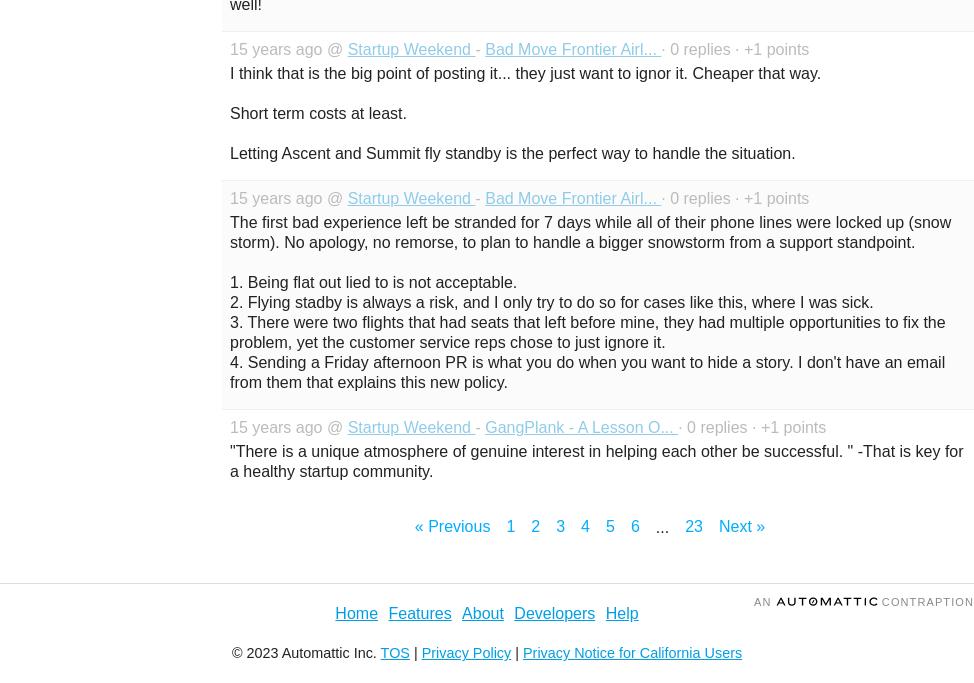 This screenshot has height=683, width=974. What do you see at coordinates (523, 653) in the screenshot?
I see `'Privacy Notice for California Users'` at bounding box center [523, 653].